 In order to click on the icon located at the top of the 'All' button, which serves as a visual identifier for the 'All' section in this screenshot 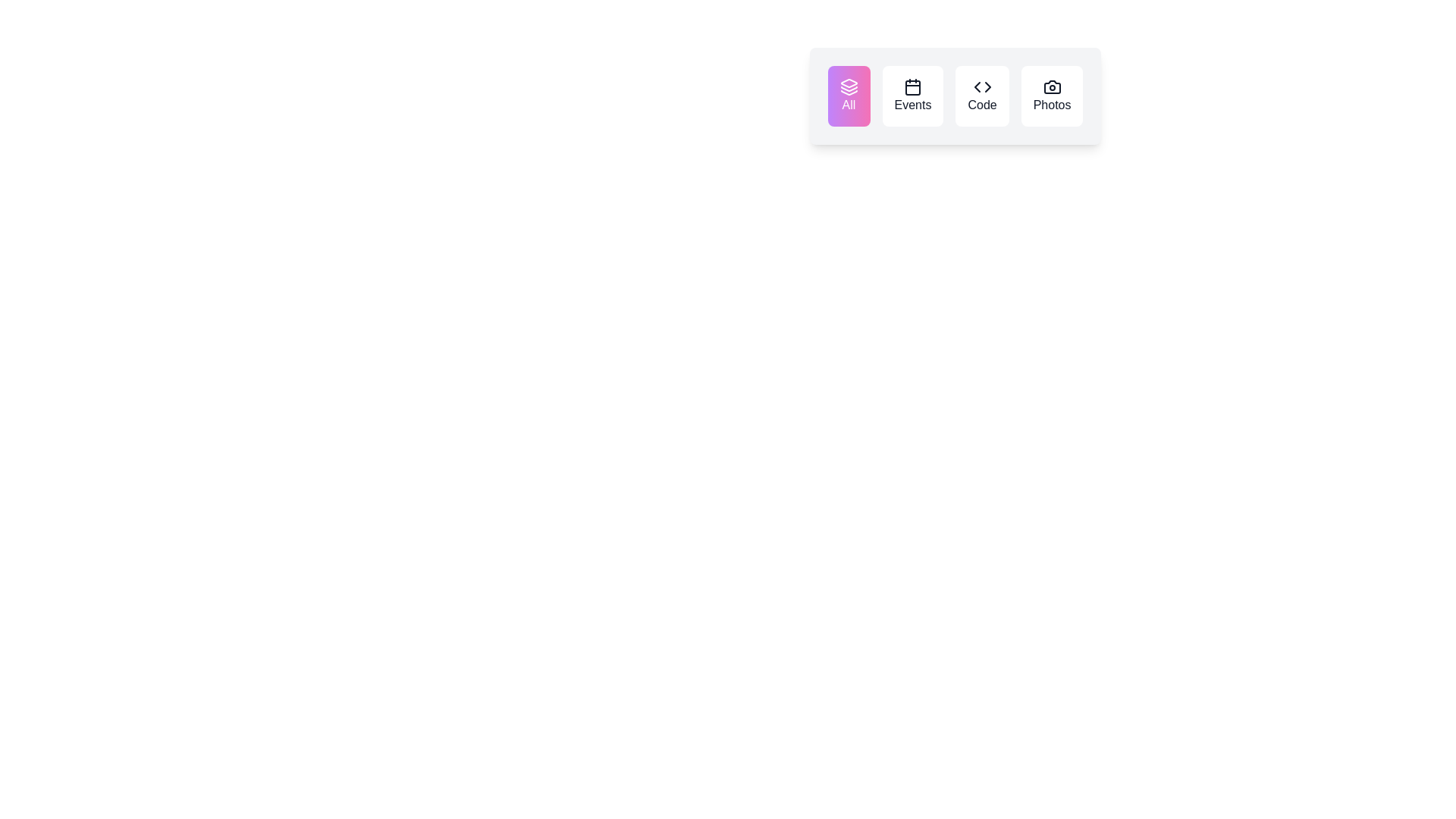, I will do `click(848, 87)`.